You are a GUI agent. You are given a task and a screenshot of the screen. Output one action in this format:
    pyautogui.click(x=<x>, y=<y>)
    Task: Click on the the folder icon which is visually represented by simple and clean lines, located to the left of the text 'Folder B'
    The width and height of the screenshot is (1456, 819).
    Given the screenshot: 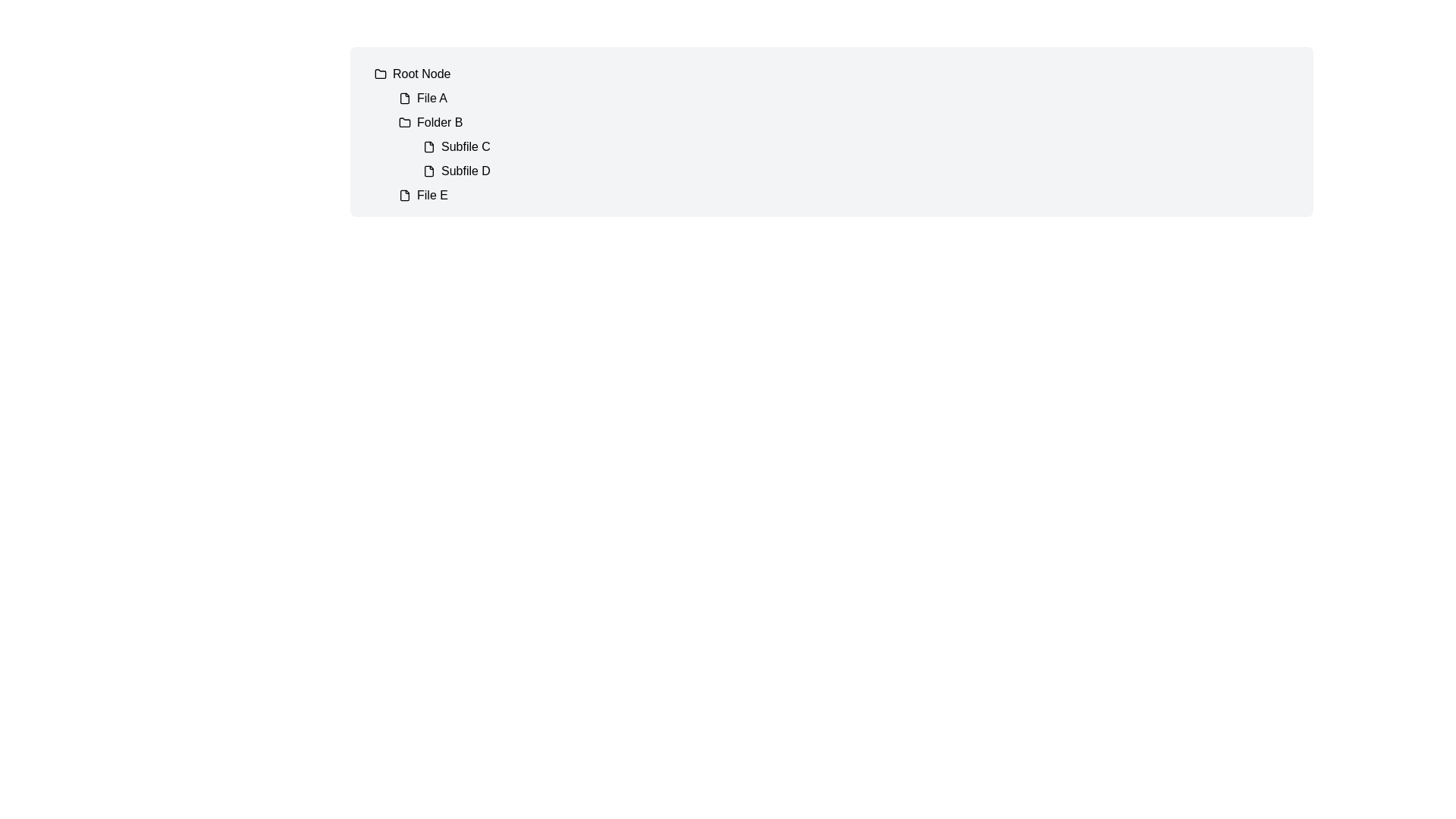 What is the action you would take?
    pyautogui.click(x=404, y=122)
    